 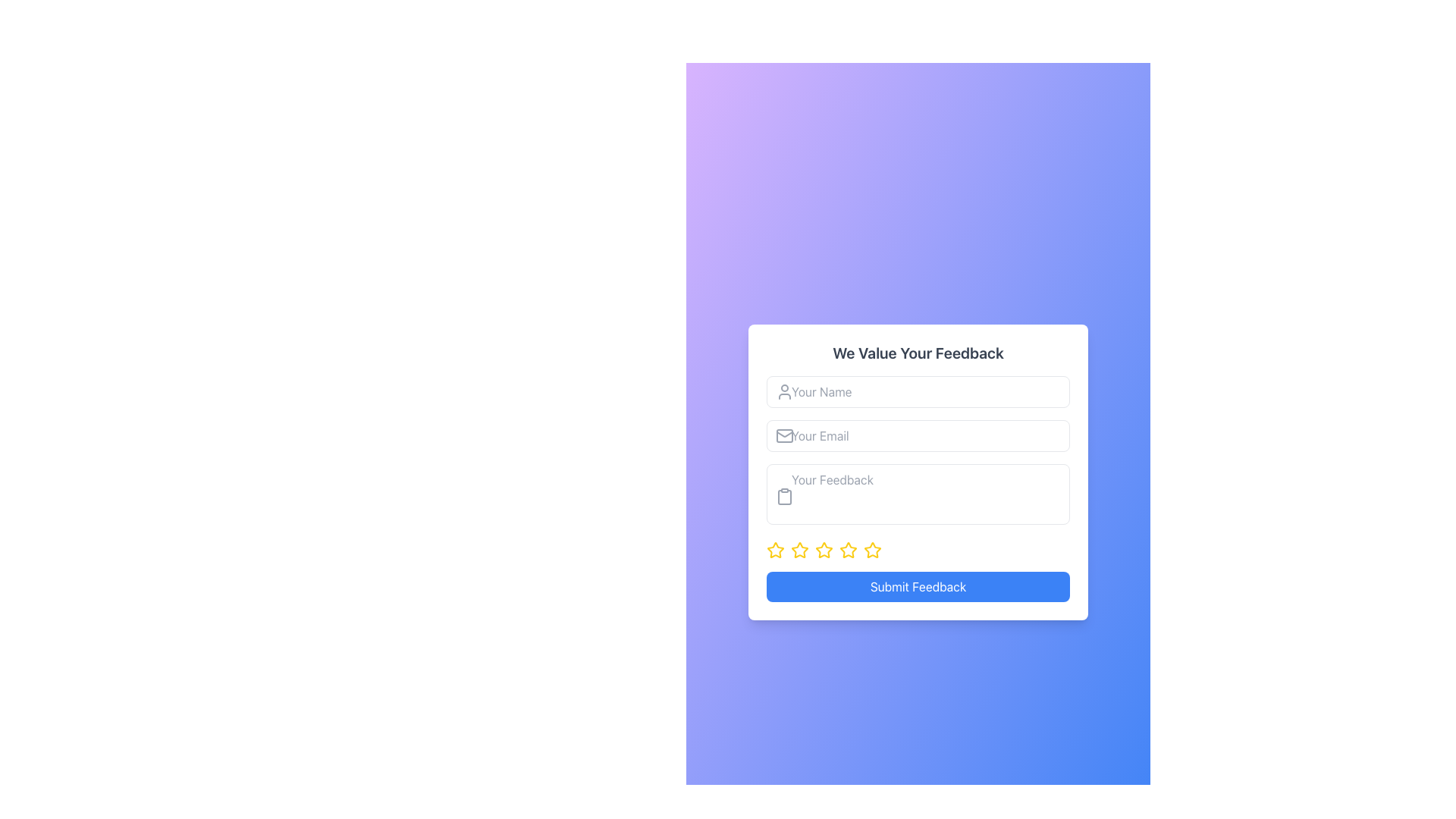 What do you see at coordinates (775, 550) in the screenshot?
I see `the first star in the rating system` at bounding box center [775, 550].